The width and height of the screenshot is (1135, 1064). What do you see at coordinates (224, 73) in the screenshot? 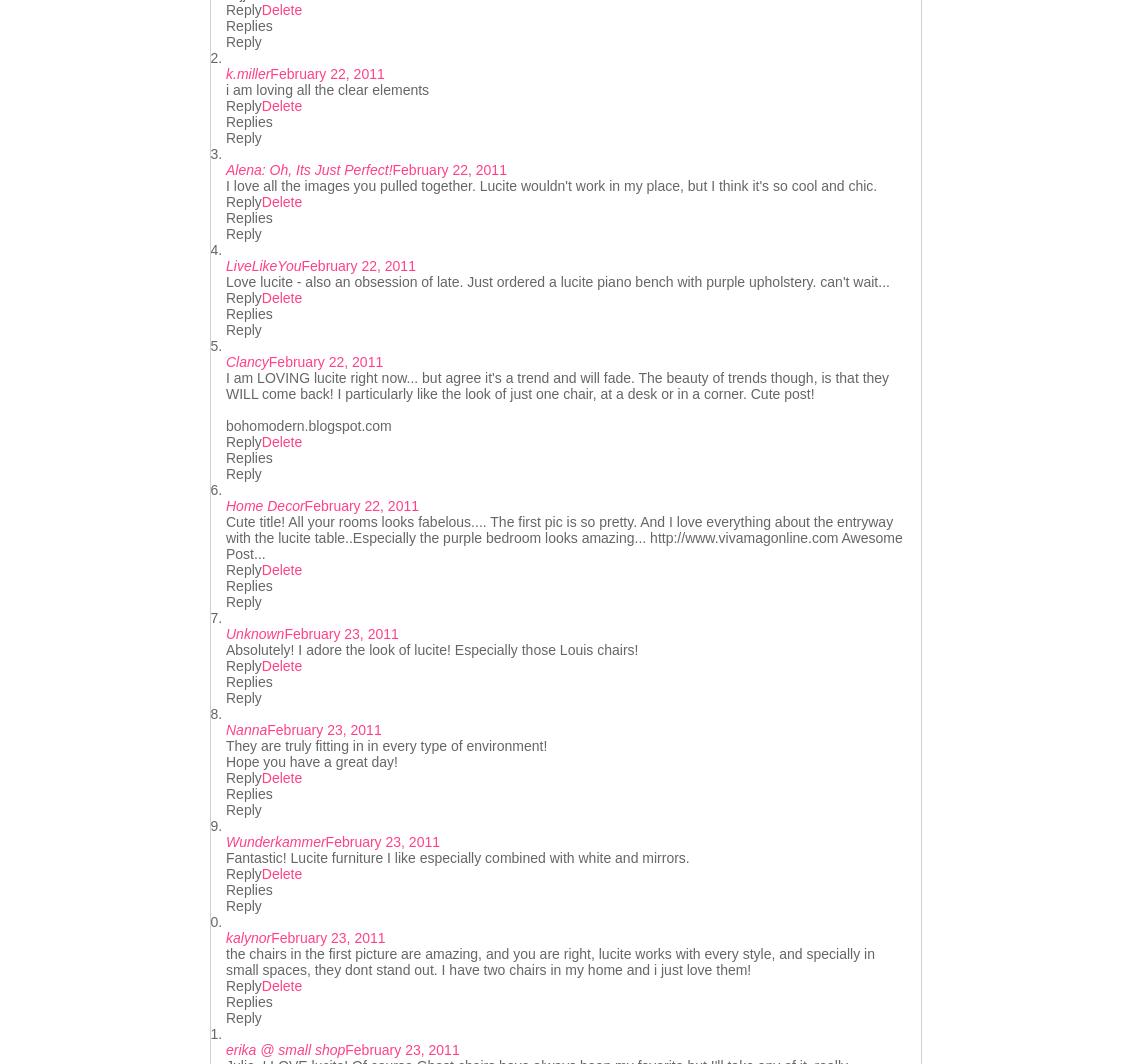
I see `'k.miller'` at bounding box center [224, 73].